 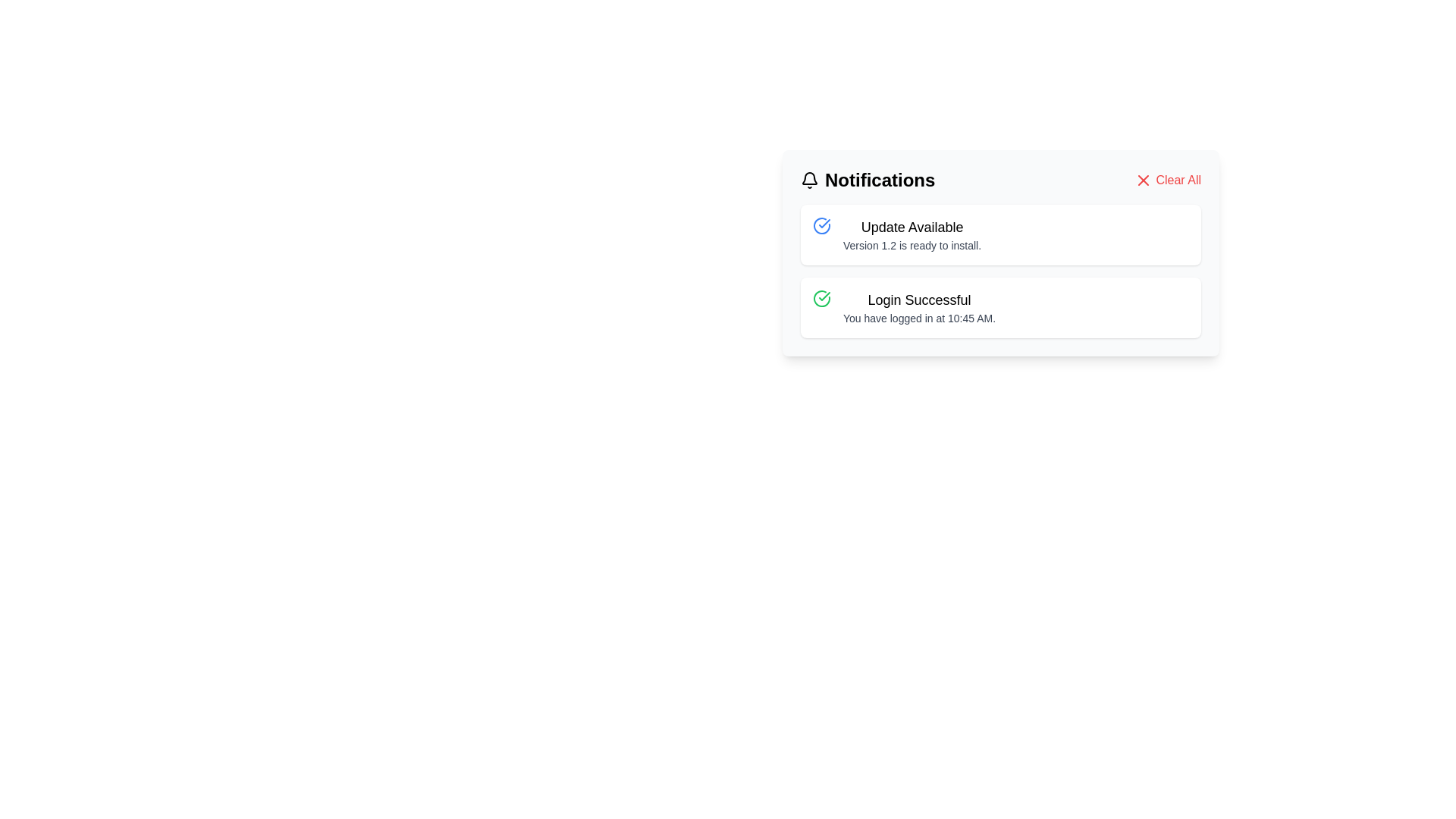 I want to click on the bell icon located in the 'Notifications' header section, positioned to the left of the 'Notifications' text, so click(x=809, y=180).